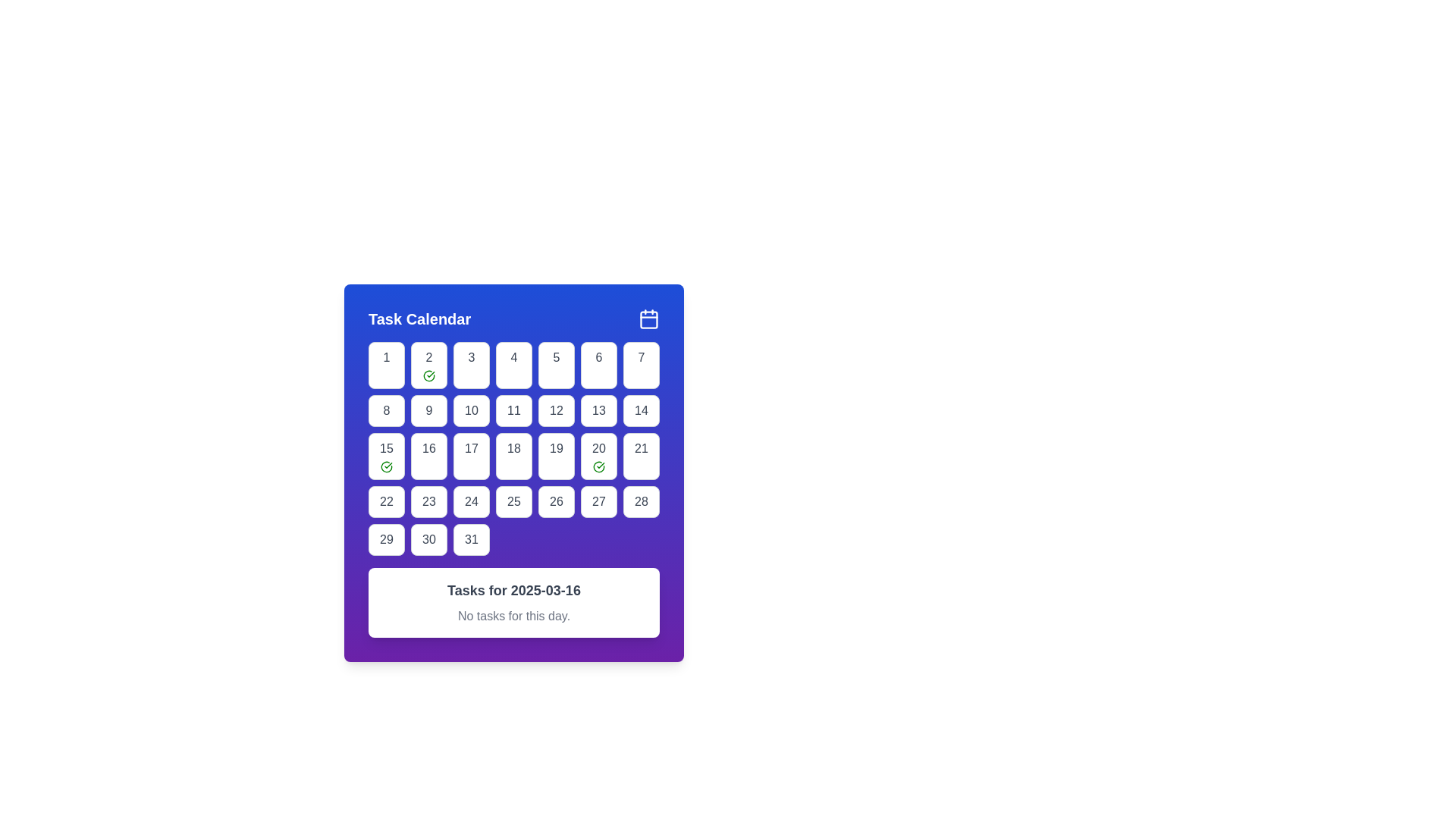 Image resolution: width=1456 pixels, height=819 pixels. Describe the element at coordinates (556, 411) in the screenshot. I see `the button labeled '12' in the calendar UI` at that location.